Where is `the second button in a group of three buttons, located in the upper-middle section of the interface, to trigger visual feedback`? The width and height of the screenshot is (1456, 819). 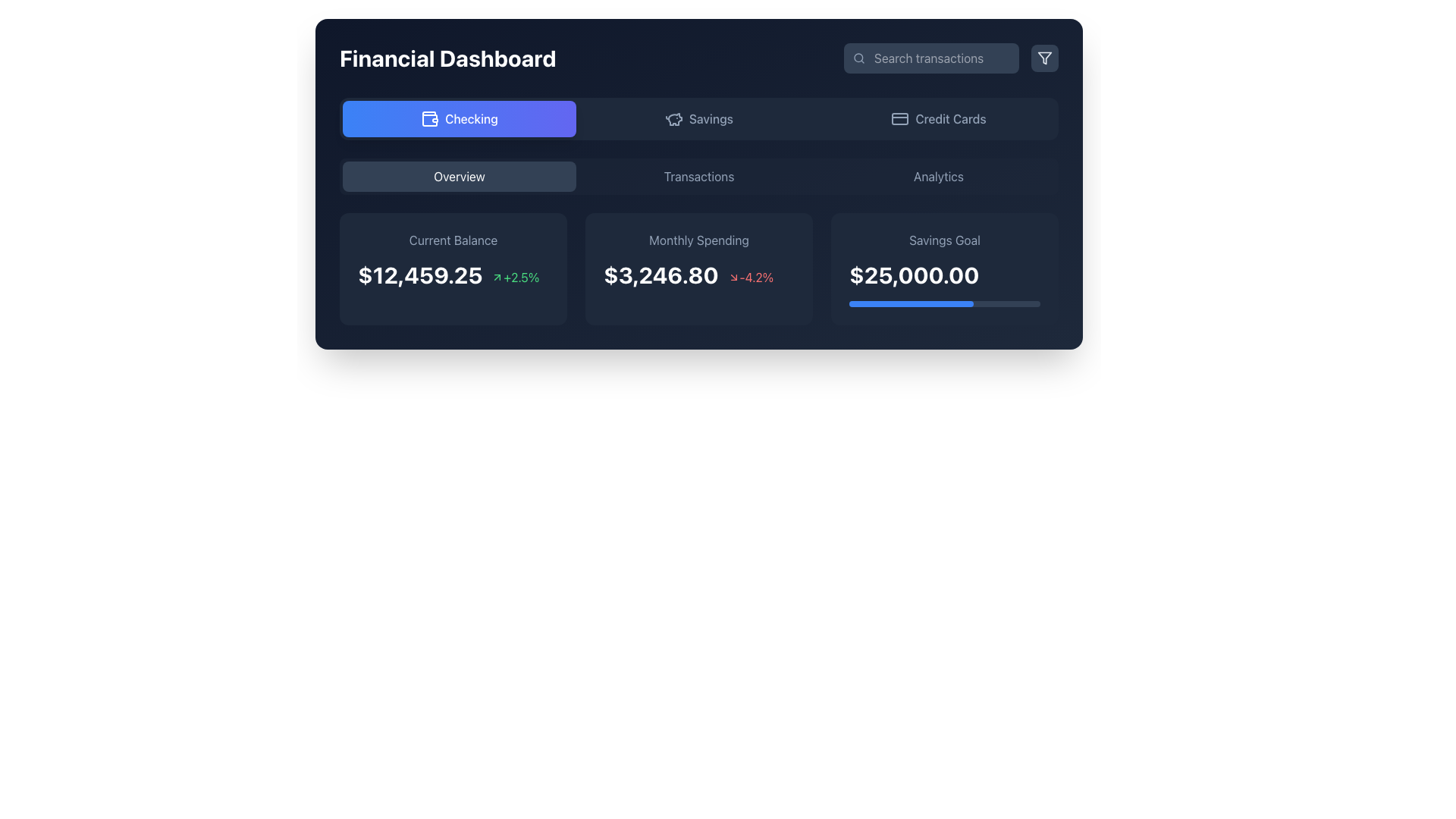 the second button in a group of three buttons, located in the upper-middle section of the interface, to trigger visual feedback is located at coordinates (698, 118).